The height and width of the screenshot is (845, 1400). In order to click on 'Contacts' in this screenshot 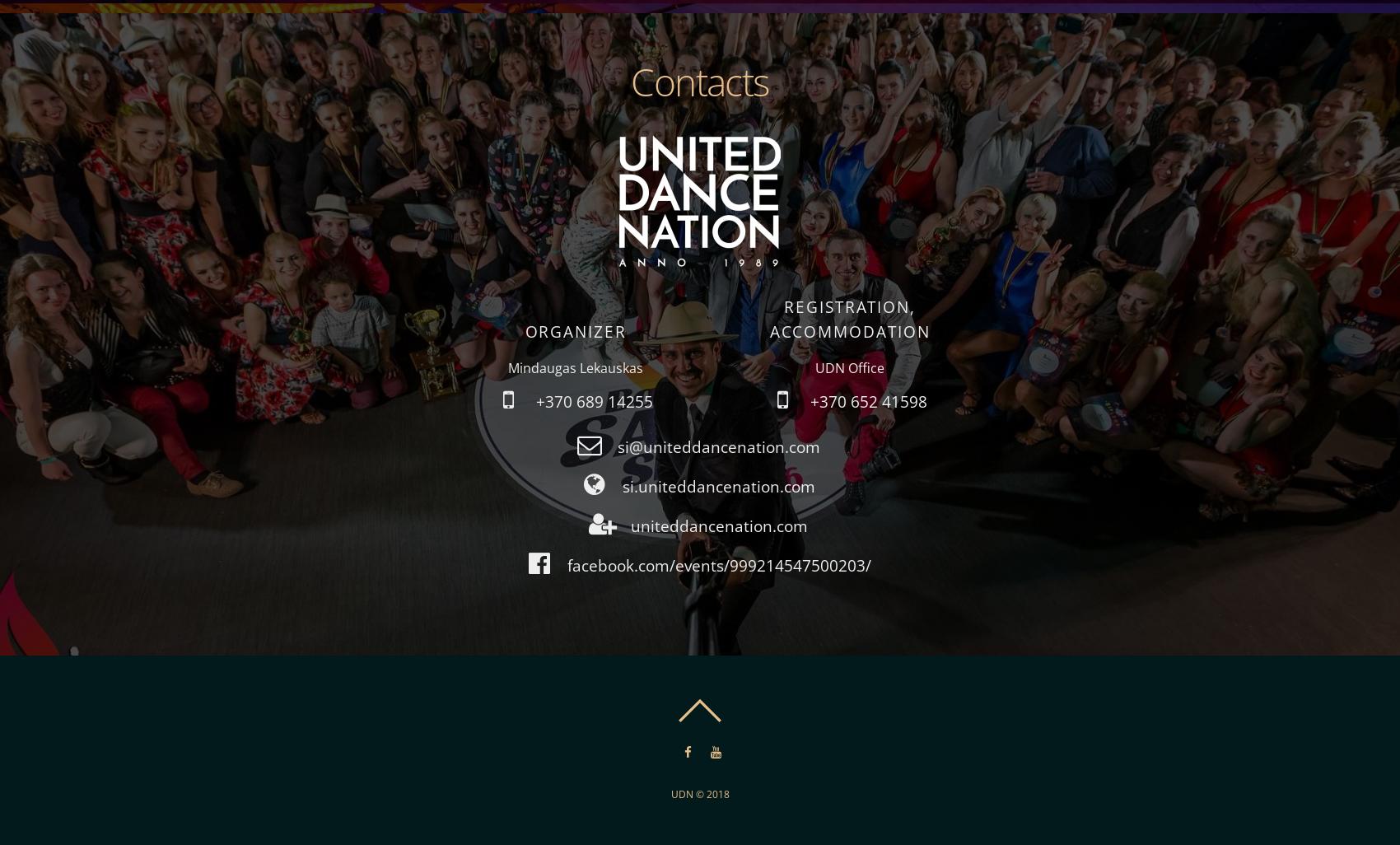, I will do `click(630, 79)`.